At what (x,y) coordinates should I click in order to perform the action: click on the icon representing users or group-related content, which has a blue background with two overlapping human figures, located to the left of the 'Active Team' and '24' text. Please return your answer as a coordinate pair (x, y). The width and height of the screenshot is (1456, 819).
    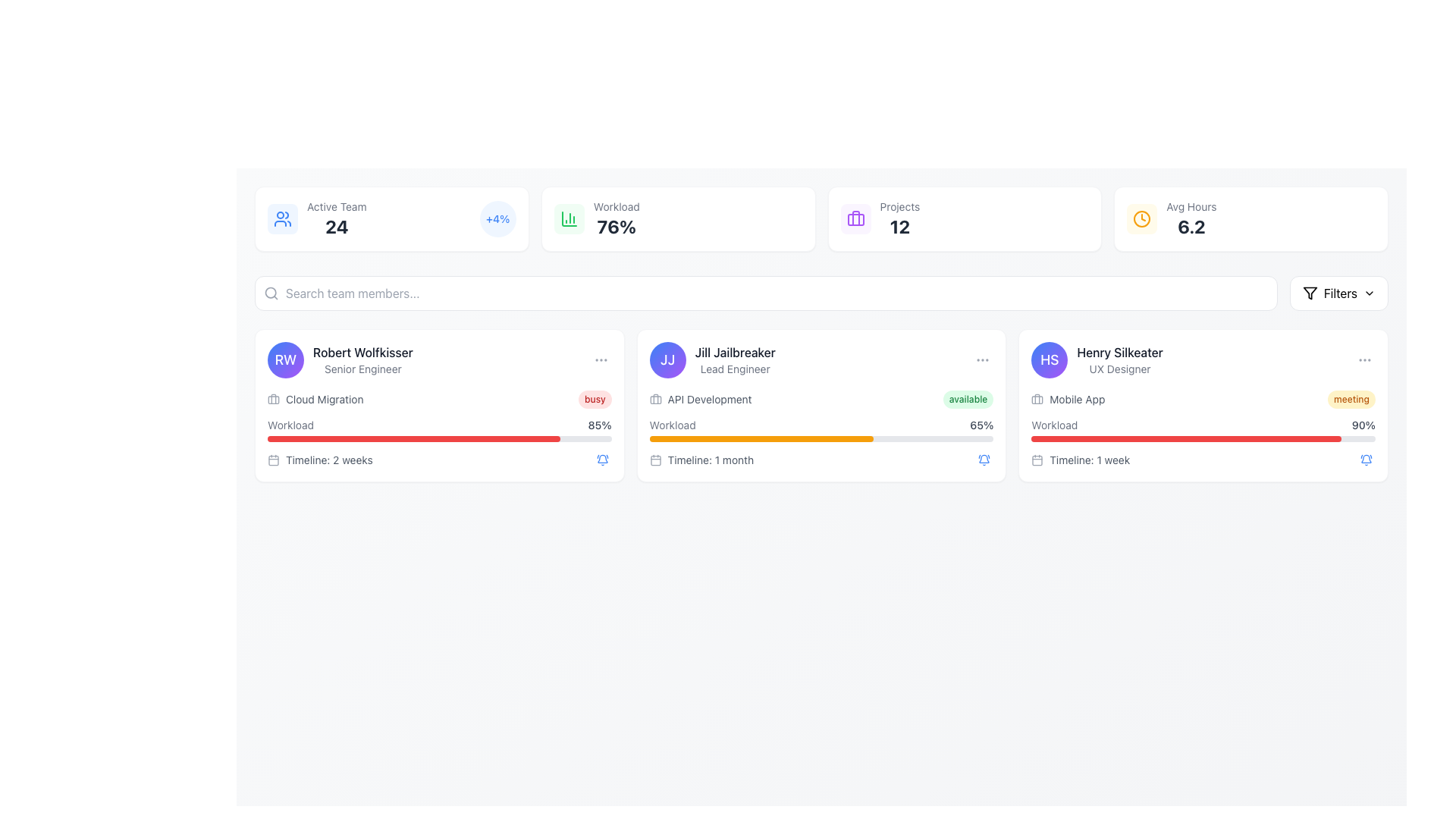
    Looking at the image, I should click on (283, 219).